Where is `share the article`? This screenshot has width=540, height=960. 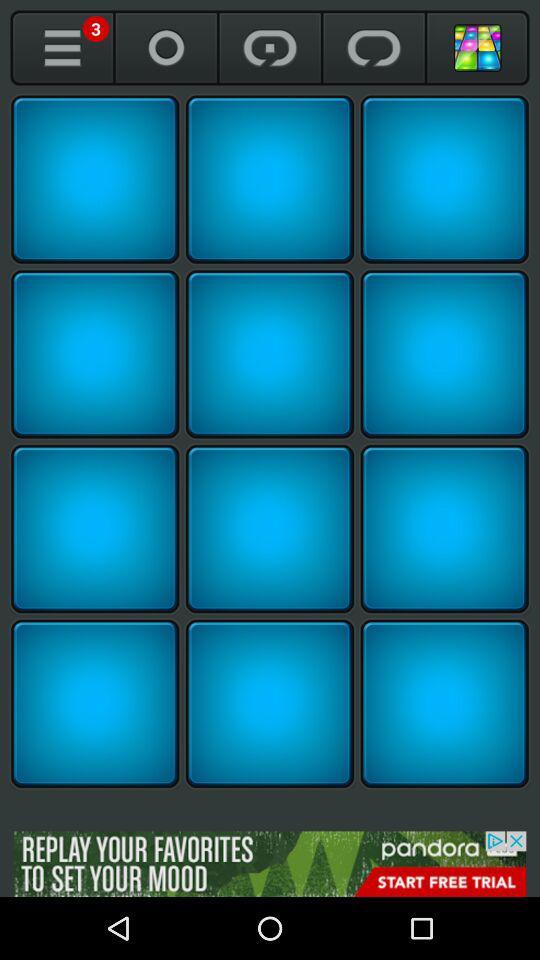 share the article is located at coordinates (270, 354).